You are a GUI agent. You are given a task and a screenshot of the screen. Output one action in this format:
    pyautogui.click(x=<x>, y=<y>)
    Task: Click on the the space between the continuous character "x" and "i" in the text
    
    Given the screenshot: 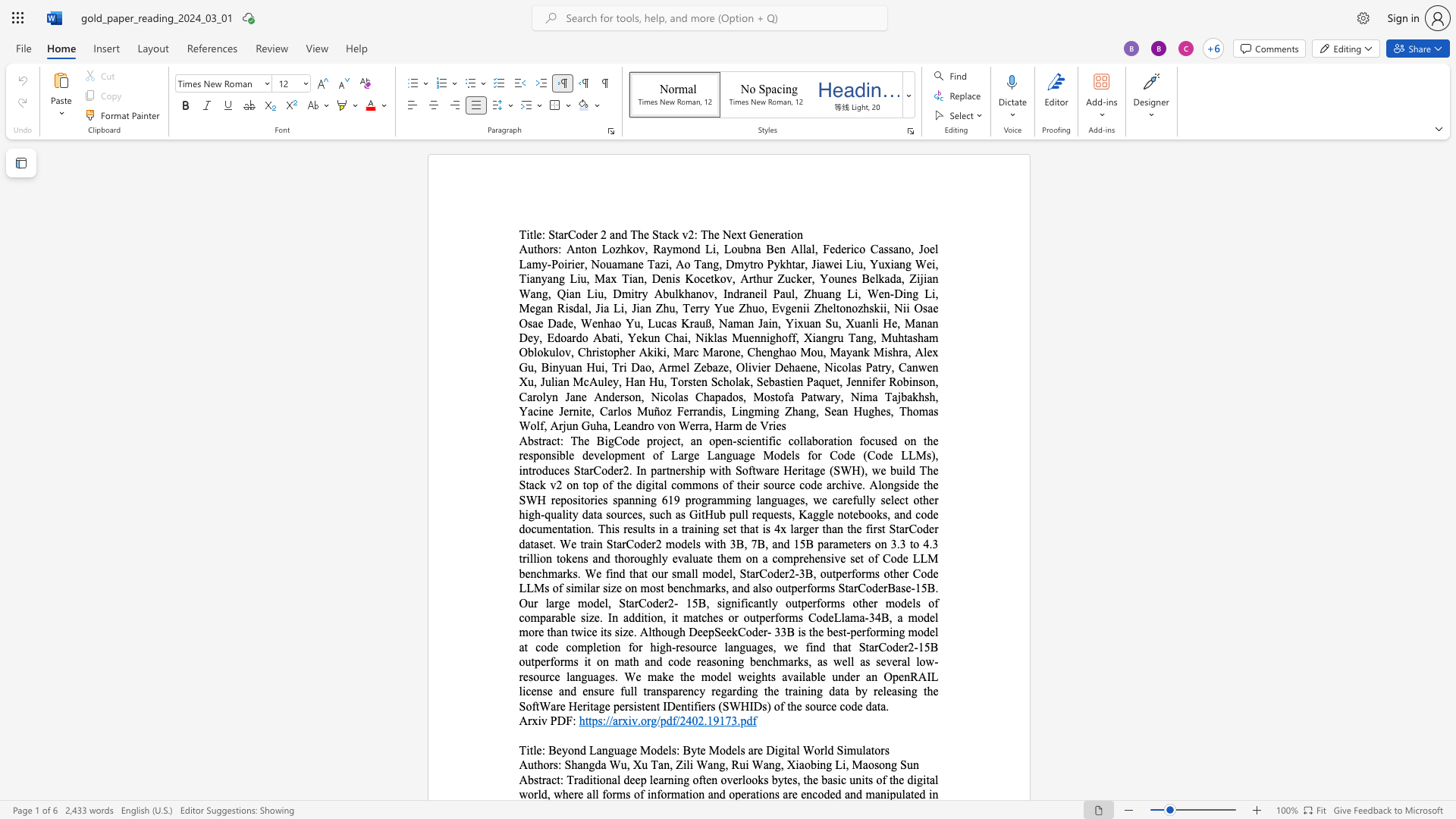 What is the action you would take?
    pyautogui.click(x=627, y=720)
    